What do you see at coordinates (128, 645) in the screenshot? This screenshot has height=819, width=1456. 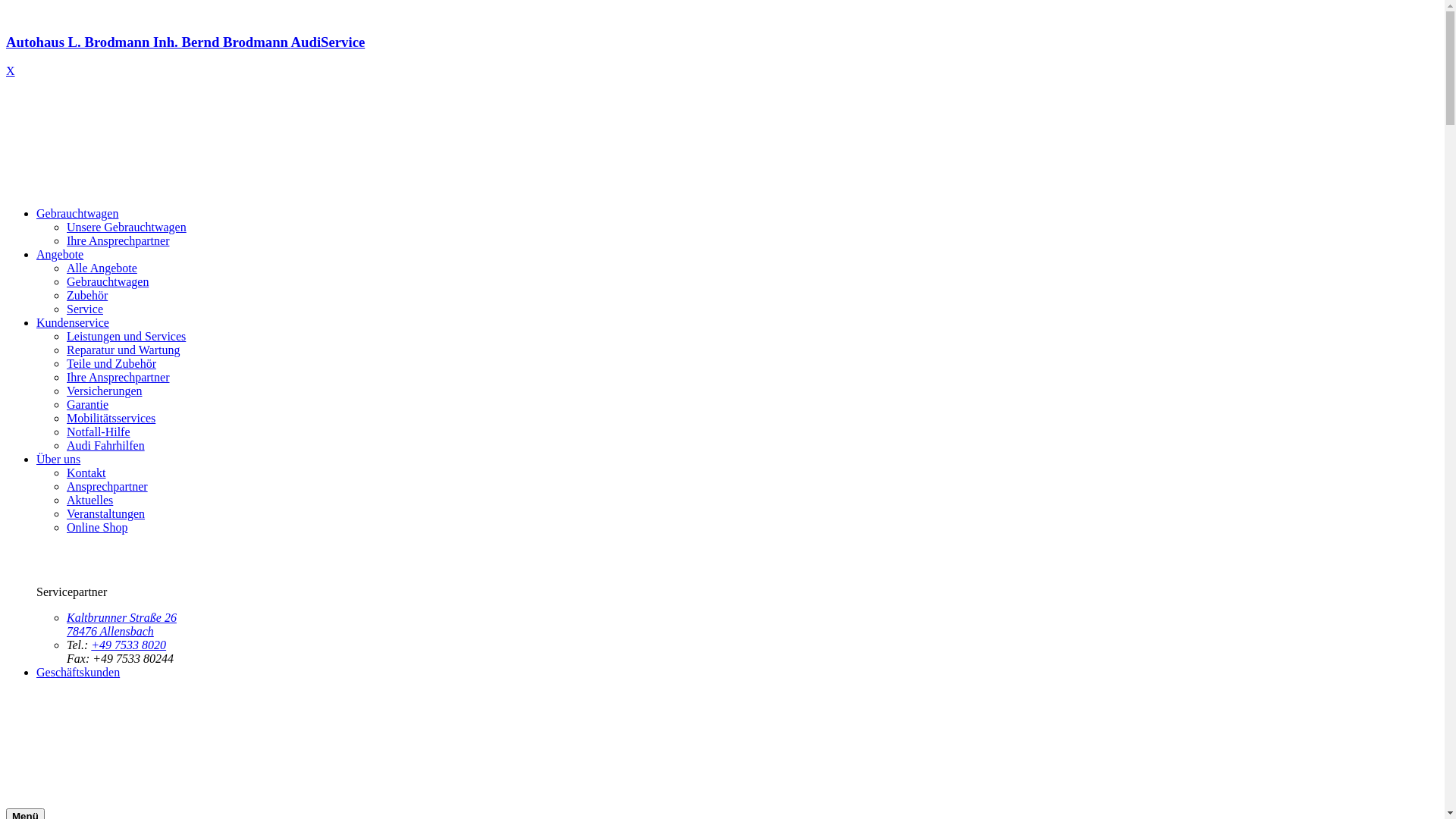 I see `'+49 7533 8020'` at bounding box center [128, 645].